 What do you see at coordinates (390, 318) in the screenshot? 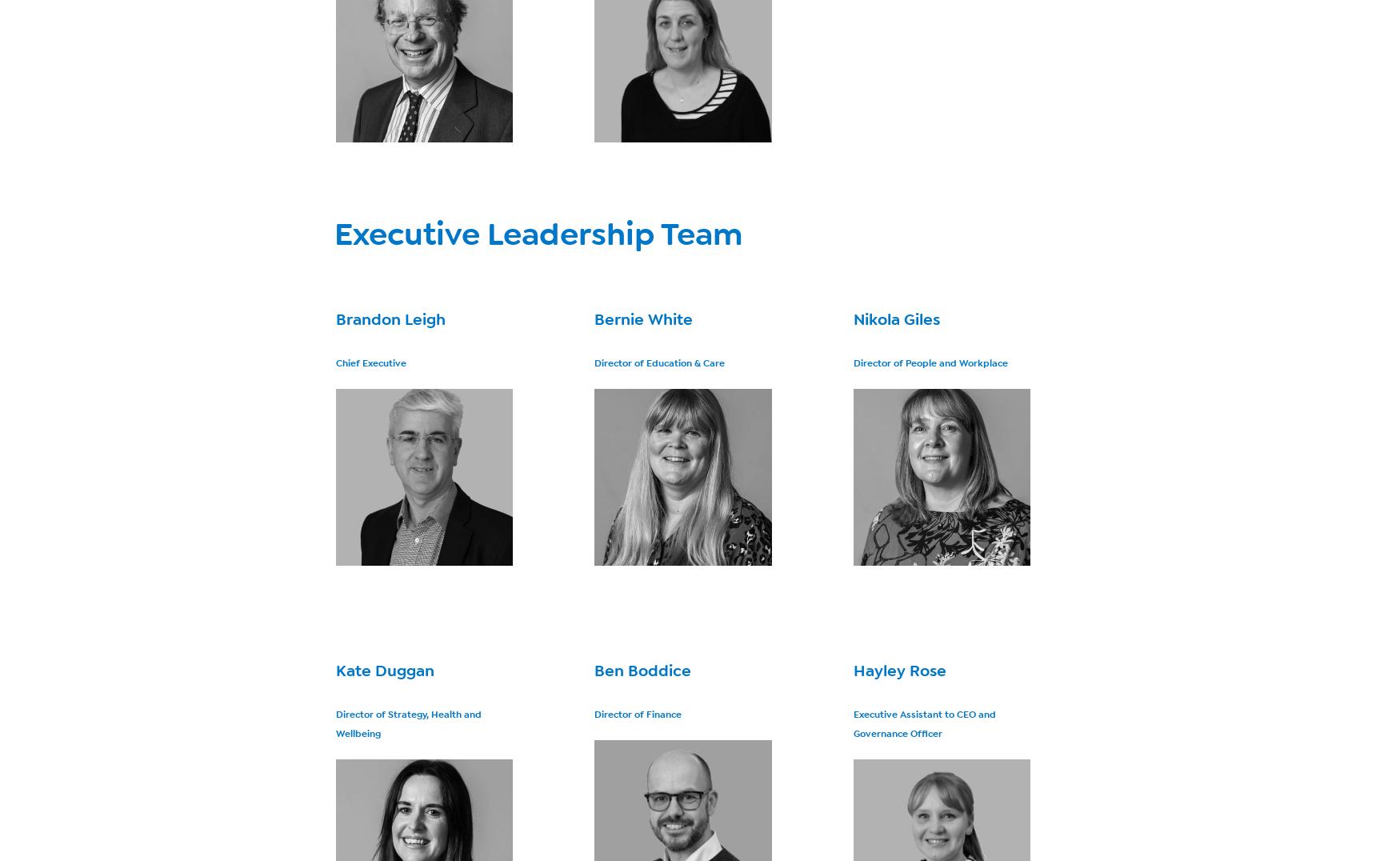
I see `'Brandon Leigh'` at bounding box center [390, 318].